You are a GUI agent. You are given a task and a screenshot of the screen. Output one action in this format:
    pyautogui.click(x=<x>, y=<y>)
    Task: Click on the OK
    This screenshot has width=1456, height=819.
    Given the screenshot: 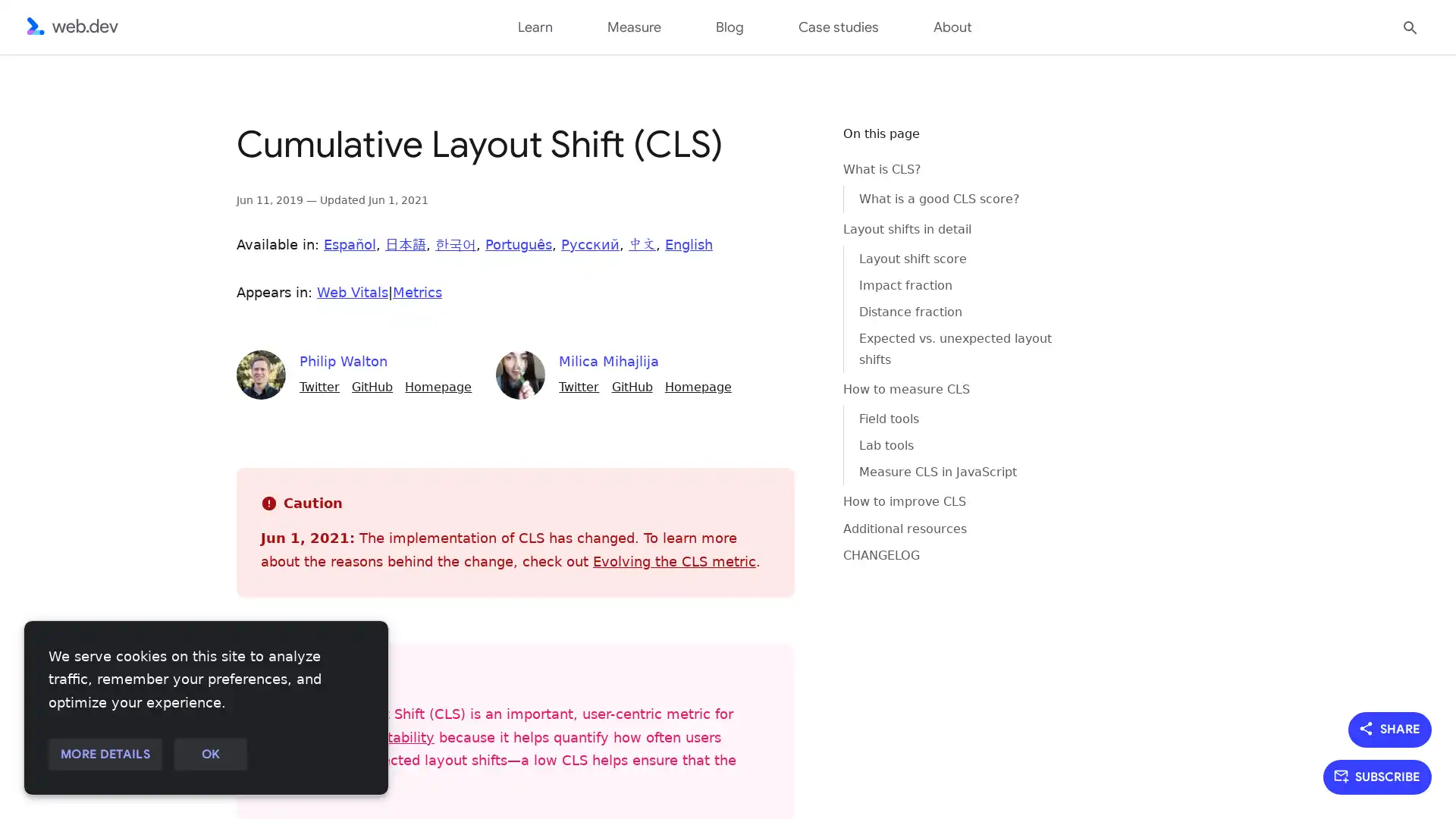 What is the action you would take?
    pyautogui.click(x=209, y=755)
    